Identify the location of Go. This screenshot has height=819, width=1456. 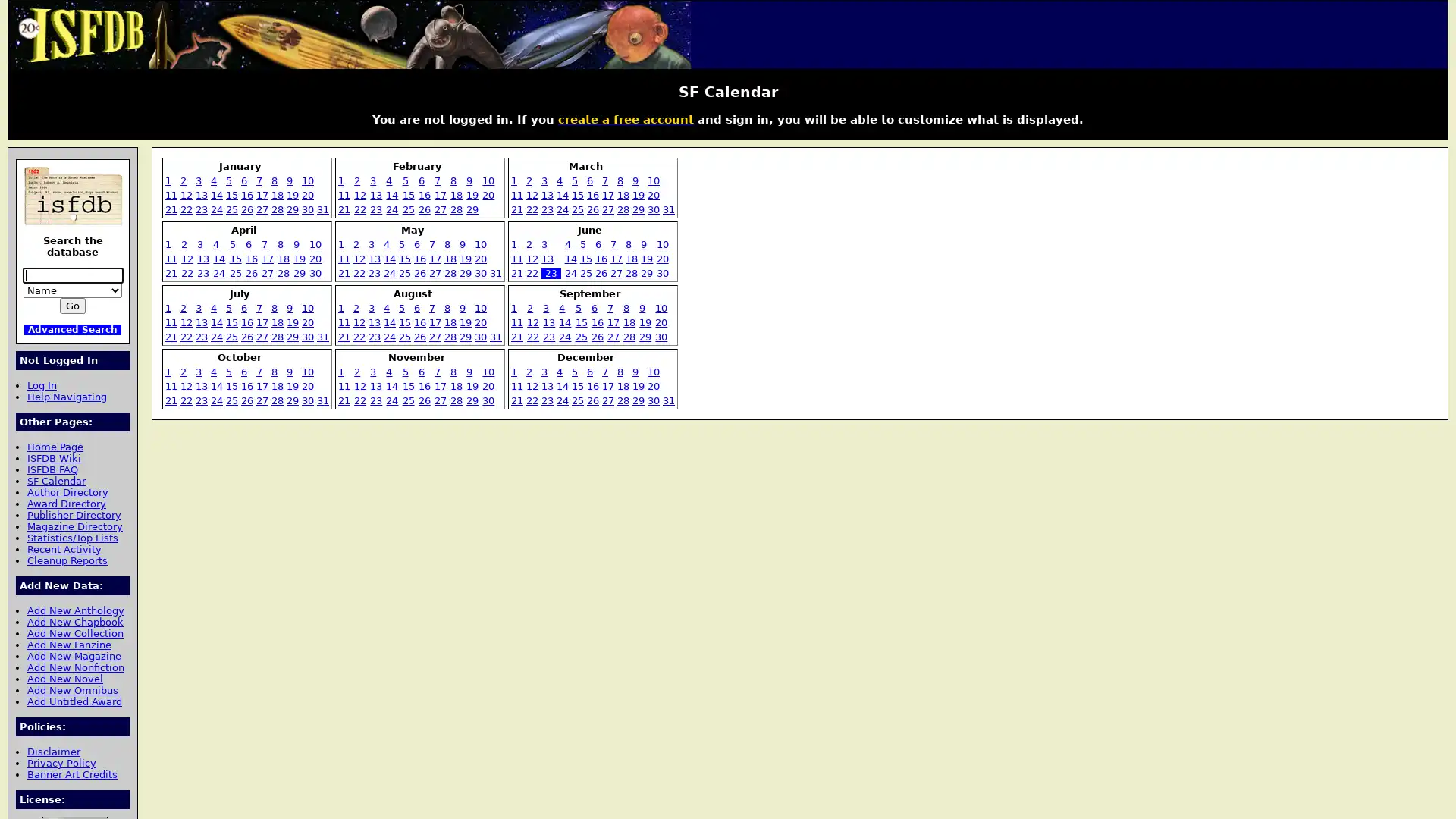
(72, 306).